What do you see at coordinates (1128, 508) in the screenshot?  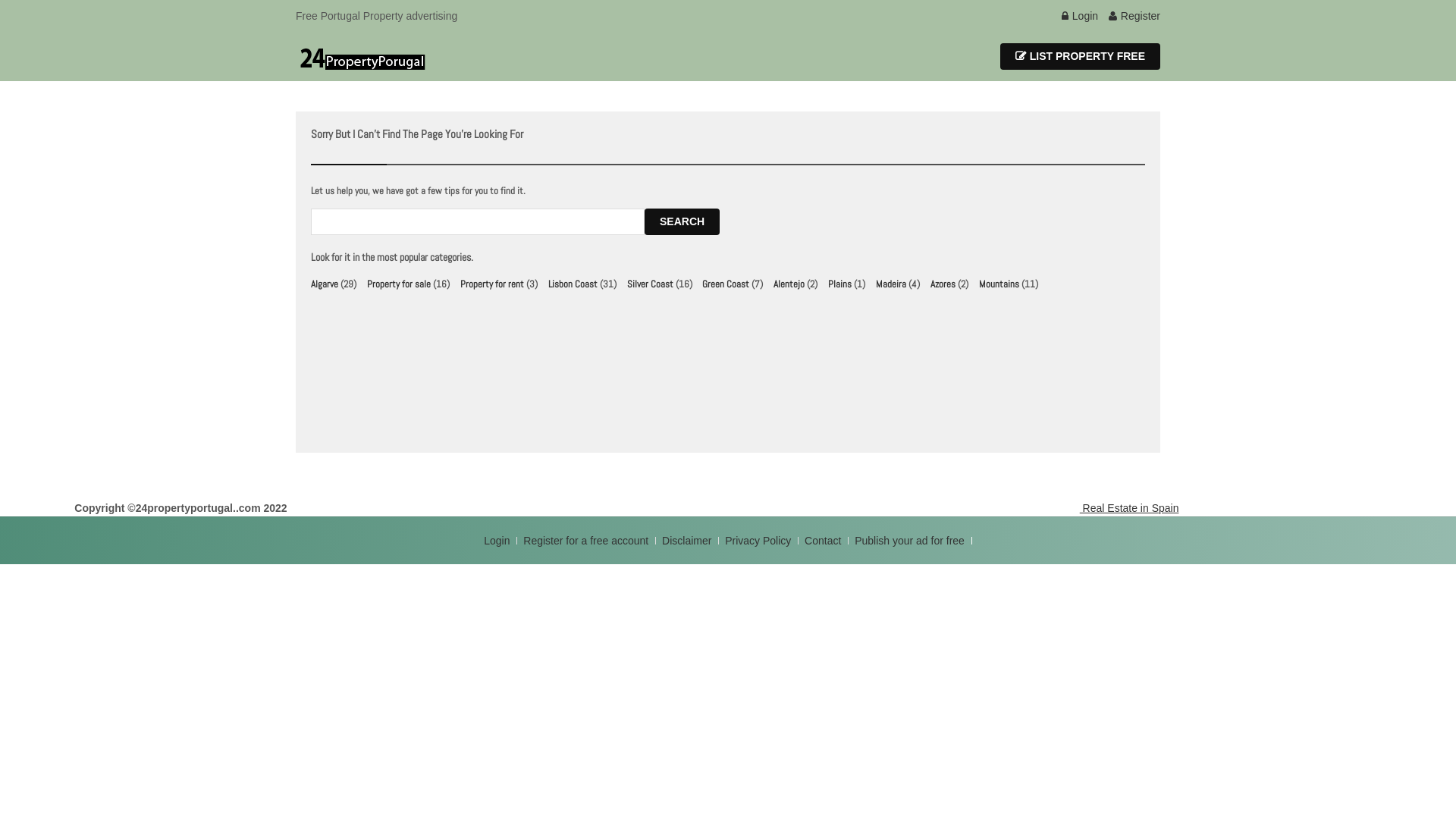 I see `'  Real Estate in Spain'` at bounding box center [1128, 508].